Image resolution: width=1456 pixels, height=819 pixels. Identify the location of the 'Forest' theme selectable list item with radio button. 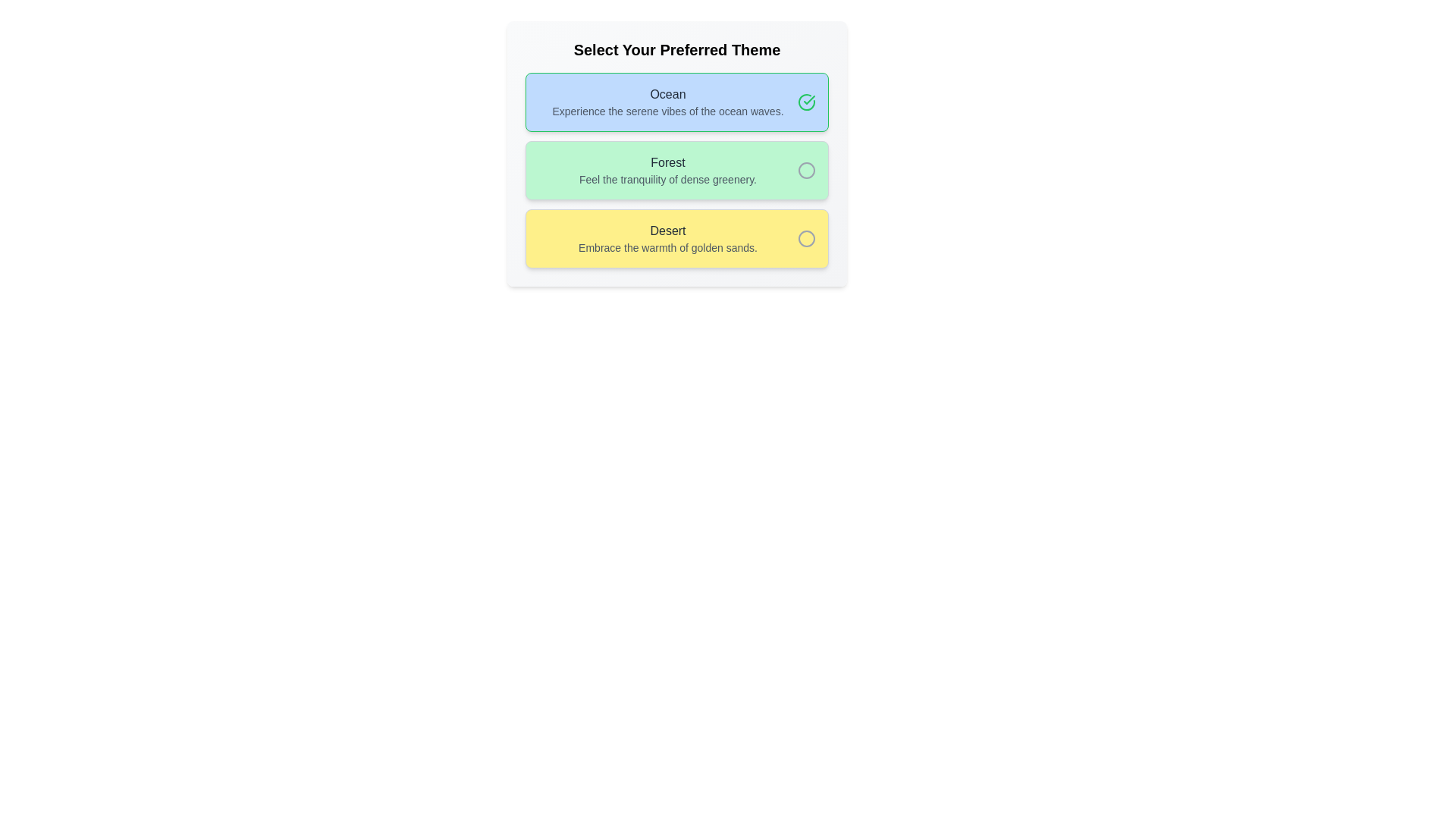
(676, 170).